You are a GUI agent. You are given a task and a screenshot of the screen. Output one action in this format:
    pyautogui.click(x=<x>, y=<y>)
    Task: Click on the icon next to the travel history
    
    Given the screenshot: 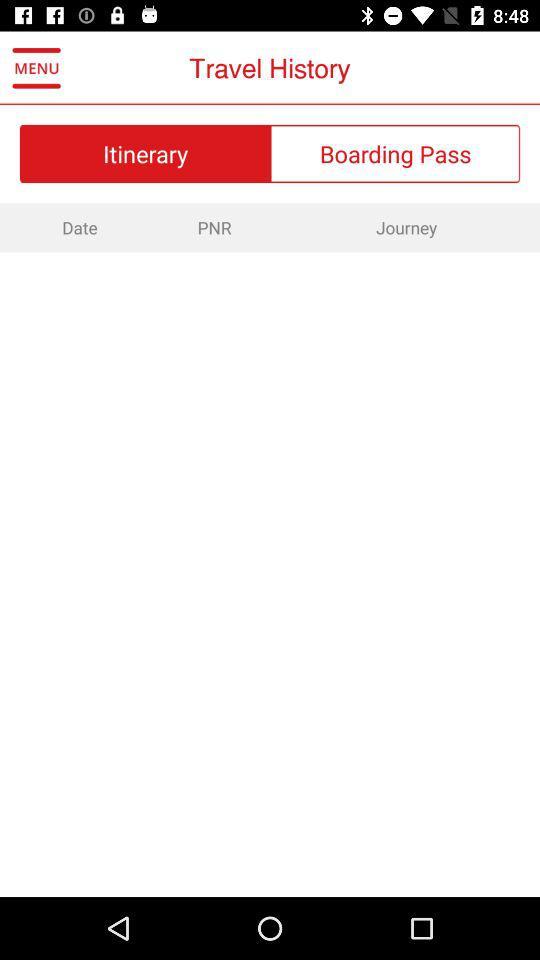 What is the action you would take?
    pyautogui.click(x=36, y=68)
    